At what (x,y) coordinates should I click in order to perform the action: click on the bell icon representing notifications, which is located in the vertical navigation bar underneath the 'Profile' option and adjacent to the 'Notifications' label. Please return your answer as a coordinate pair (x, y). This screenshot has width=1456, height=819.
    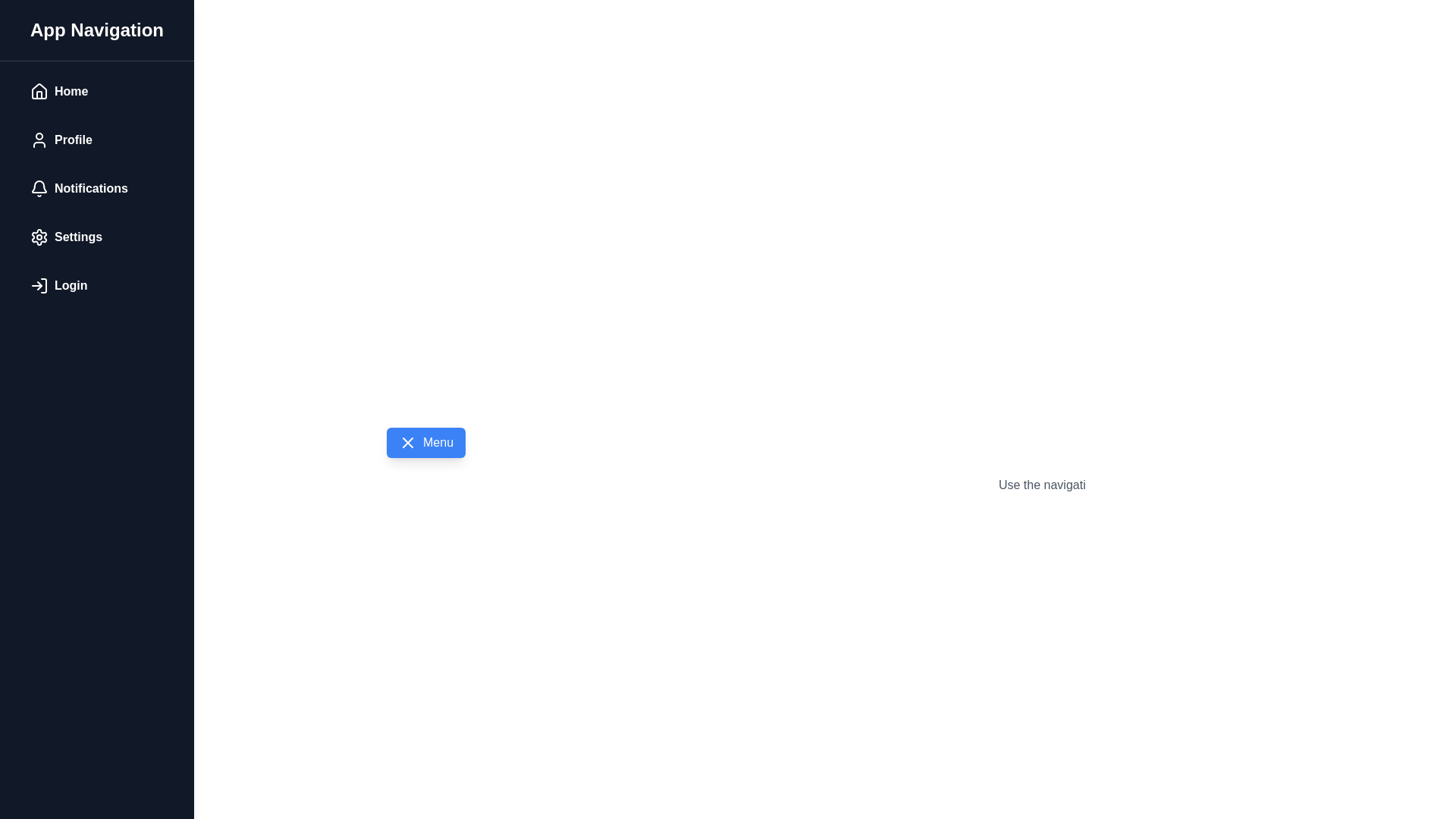
    Looking at the image, I should click on (39, 188).